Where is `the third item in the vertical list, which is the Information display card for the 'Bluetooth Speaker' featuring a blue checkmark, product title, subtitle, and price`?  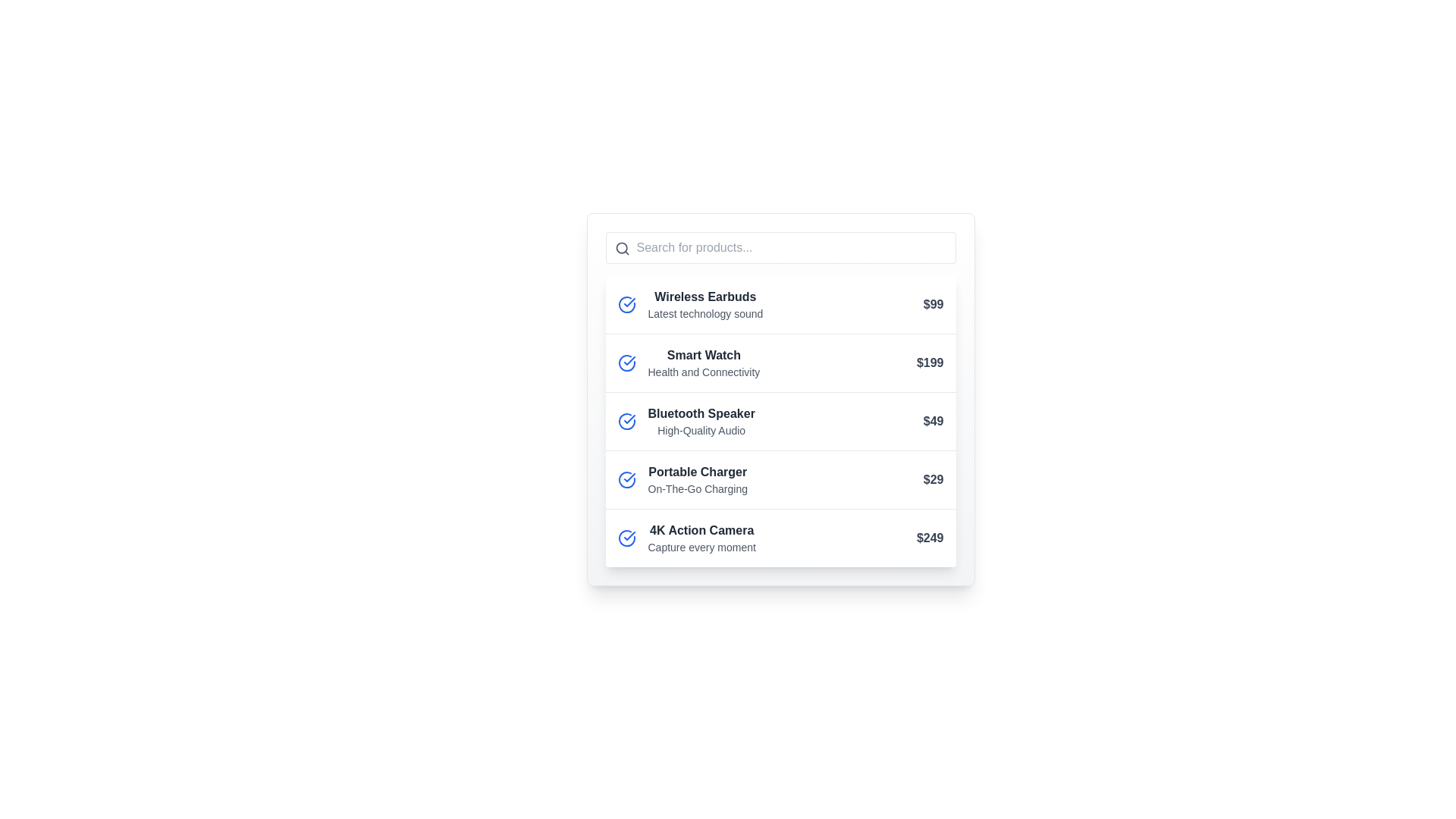
the third item in the vertical list, which is the Information display card for the 'Bluetooth Speaker' featuring a blue checkmark, product title, subtitle, and price is located at coordinates (780, 421).